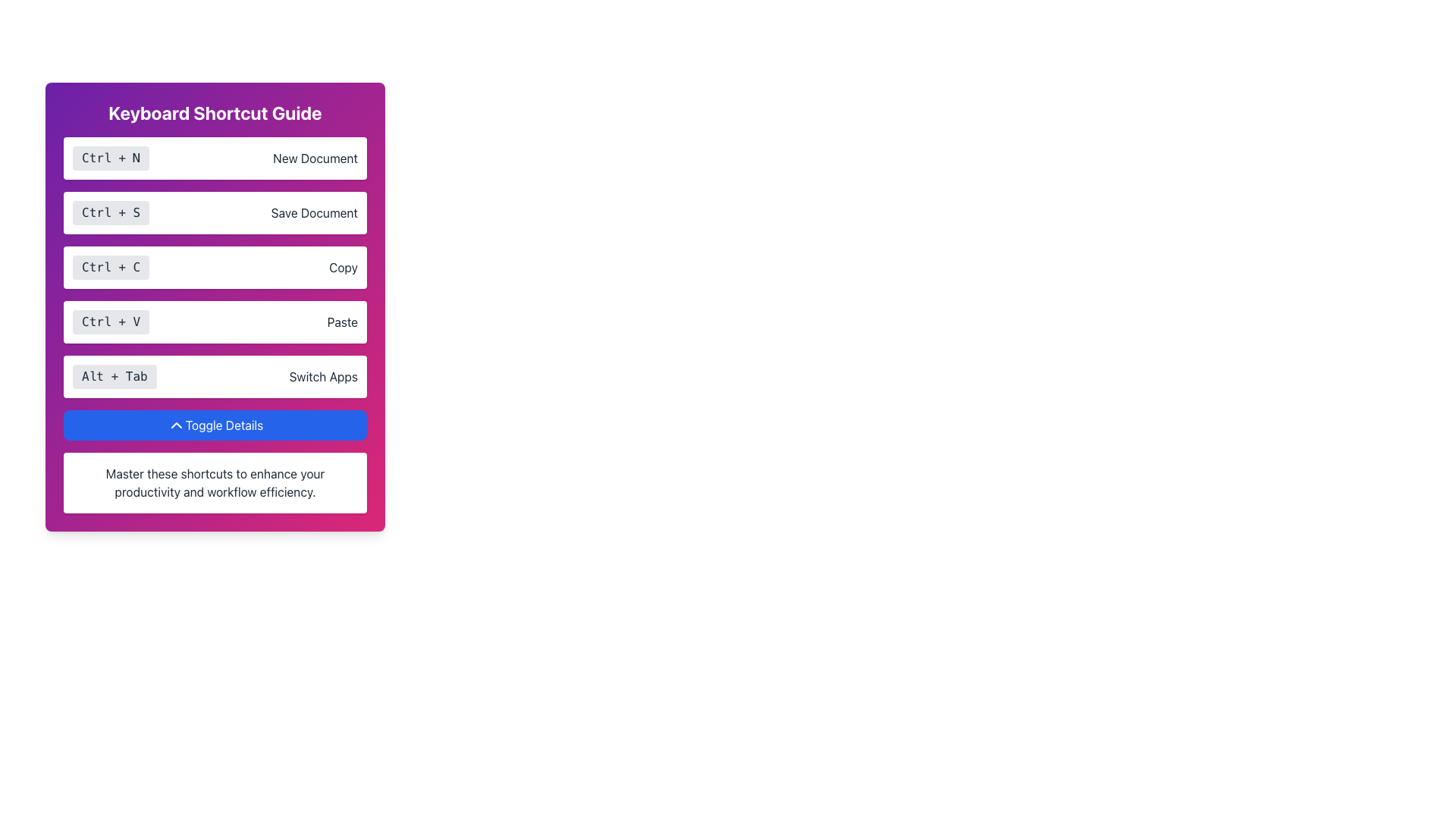  Describe the element at coordinates (341, 321) in the screenshot. I see `the 'Paste' text label which is styled in a subtle, readable font and positioned to the right of the 'Ctrl + V' keyboard shortcut information` at that location.